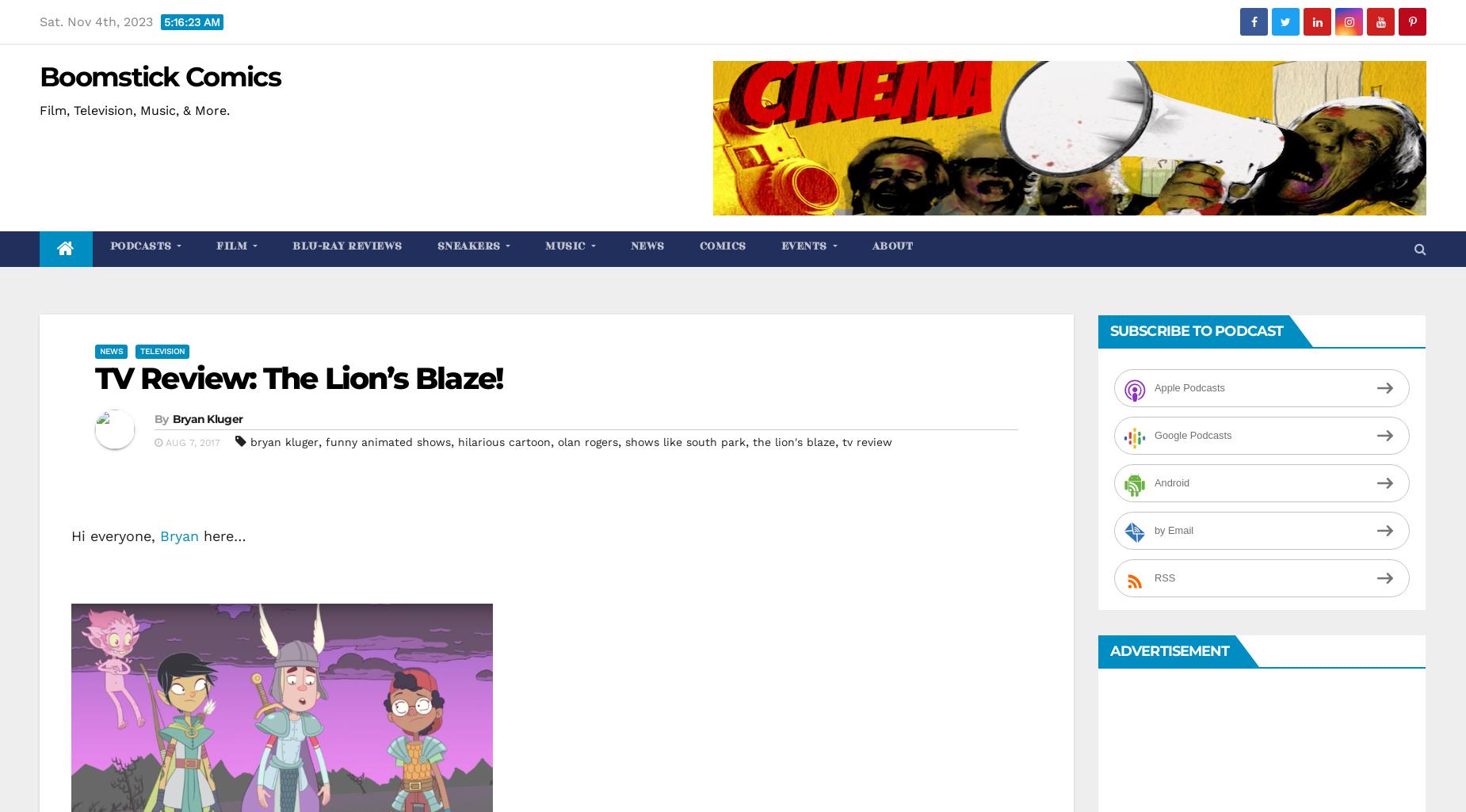 This screenshot has height=812, width=1466. What do you see at coordinates (346, 246) in the screenshot?
I see `'Blu-ray Reviews'` at bounding box center [346, 246].